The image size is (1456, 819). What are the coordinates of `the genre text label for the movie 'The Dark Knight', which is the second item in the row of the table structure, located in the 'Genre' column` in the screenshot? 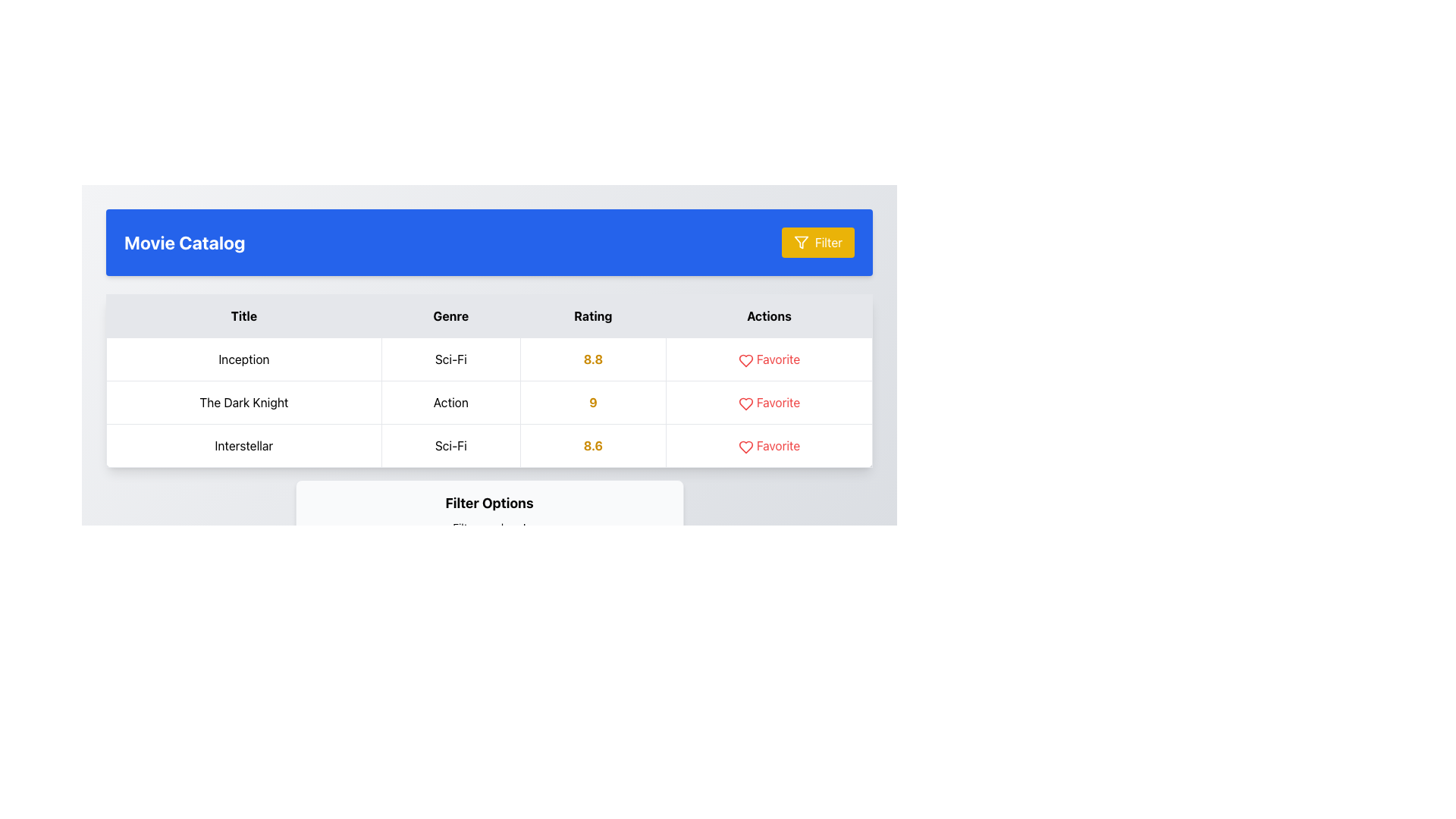 It's located at (450, 402).